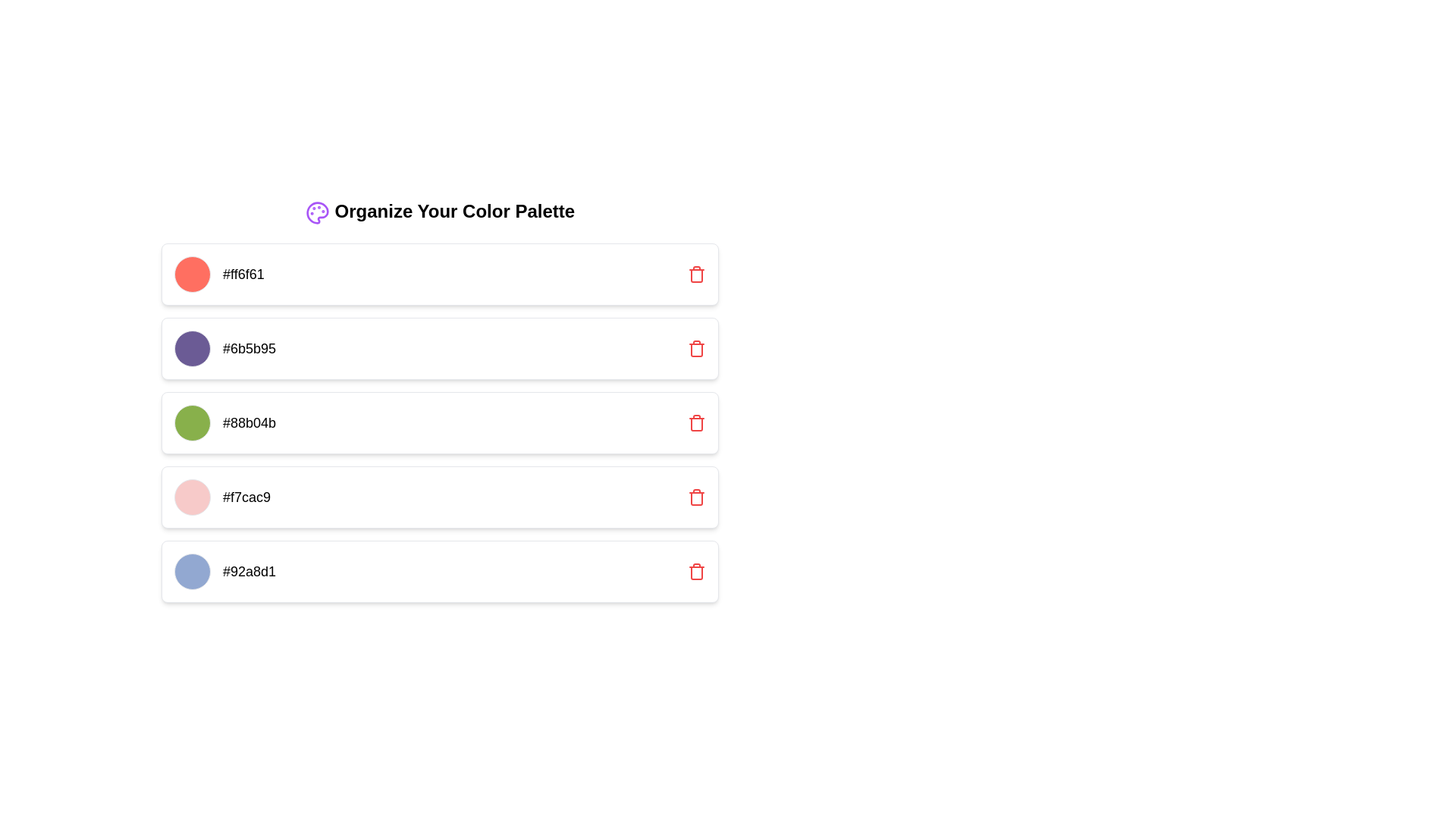 Image resolution: width=1456 pixels, height=819 pixels. What do you see at coordinates (439, 422) in the screenshot?
I see `the third list item displaying the color sample '#88b04b', which is positioned between the items for '#6b5b95' and '#f7cac9' in the vertical list` at bounding box center [439, 422].